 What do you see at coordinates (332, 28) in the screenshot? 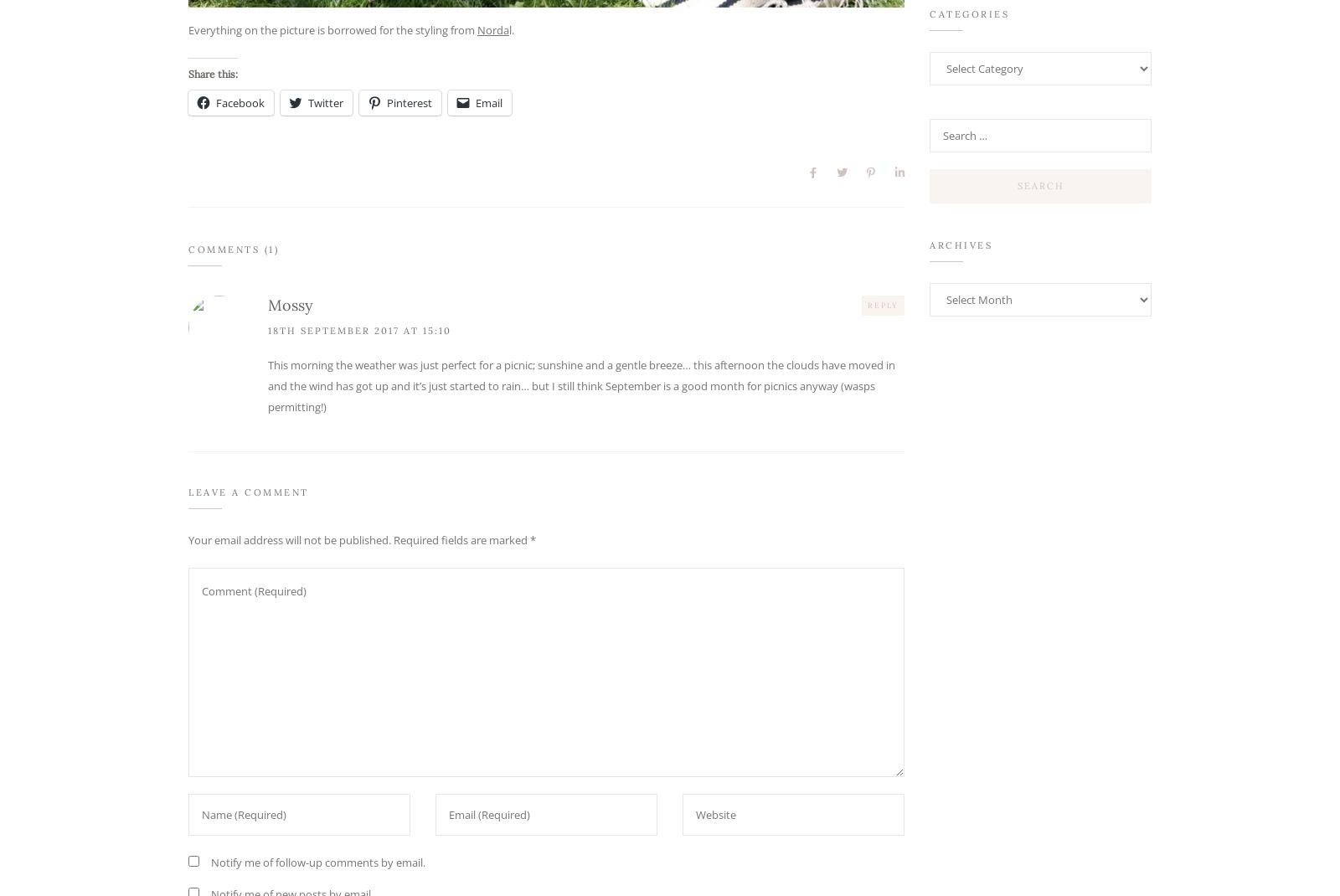
I see `'Everything on the picture is borrowed for the styling from'` at bounding box center [332, 28].